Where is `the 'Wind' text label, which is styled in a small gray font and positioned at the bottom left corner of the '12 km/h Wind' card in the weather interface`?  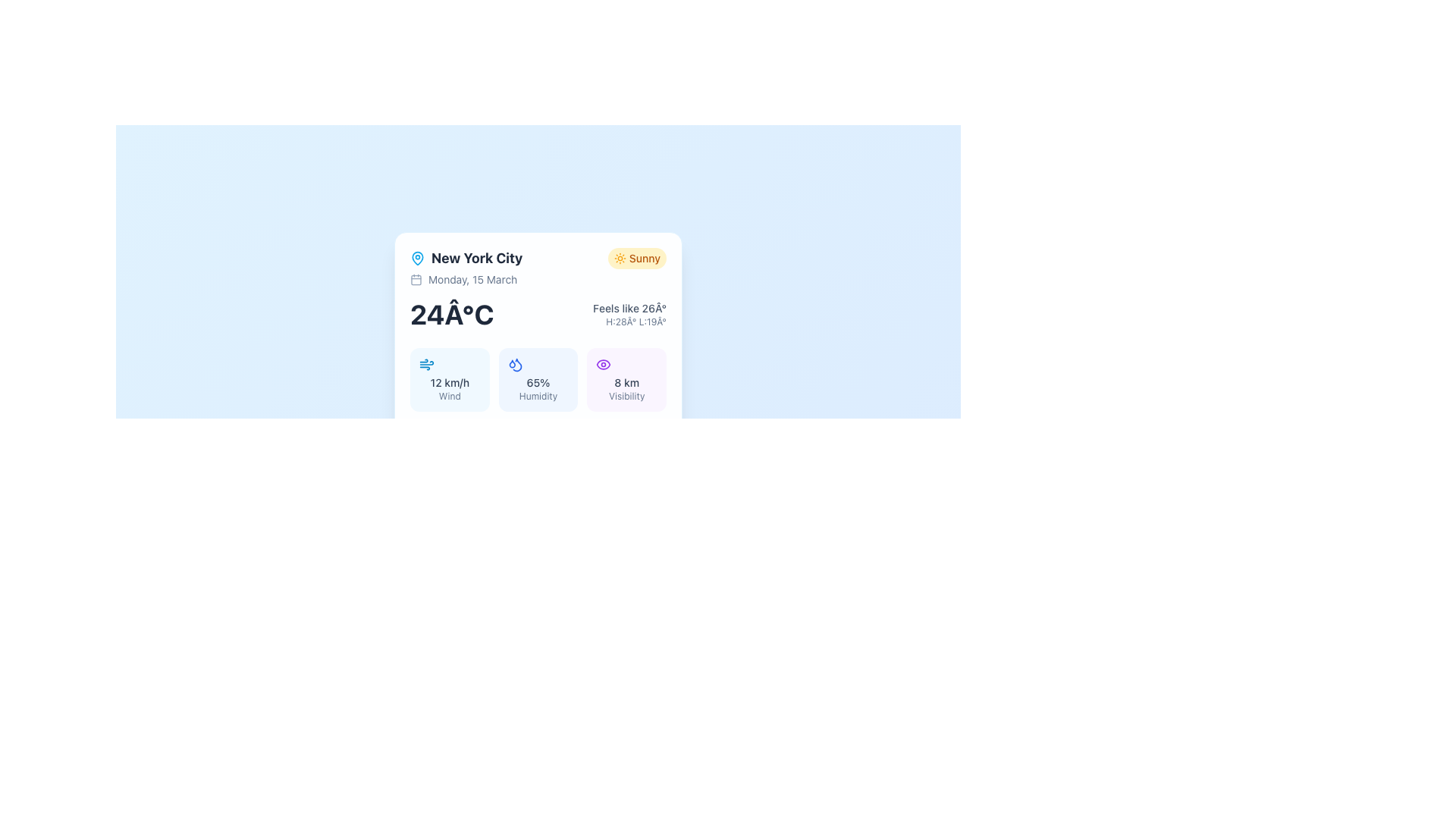 the 'Wind' text label, which is styled in a small gray font and positioned at the bottom left corner of the '12 km/h Wind' card in the weather interface is located at coordinates (449, 396).